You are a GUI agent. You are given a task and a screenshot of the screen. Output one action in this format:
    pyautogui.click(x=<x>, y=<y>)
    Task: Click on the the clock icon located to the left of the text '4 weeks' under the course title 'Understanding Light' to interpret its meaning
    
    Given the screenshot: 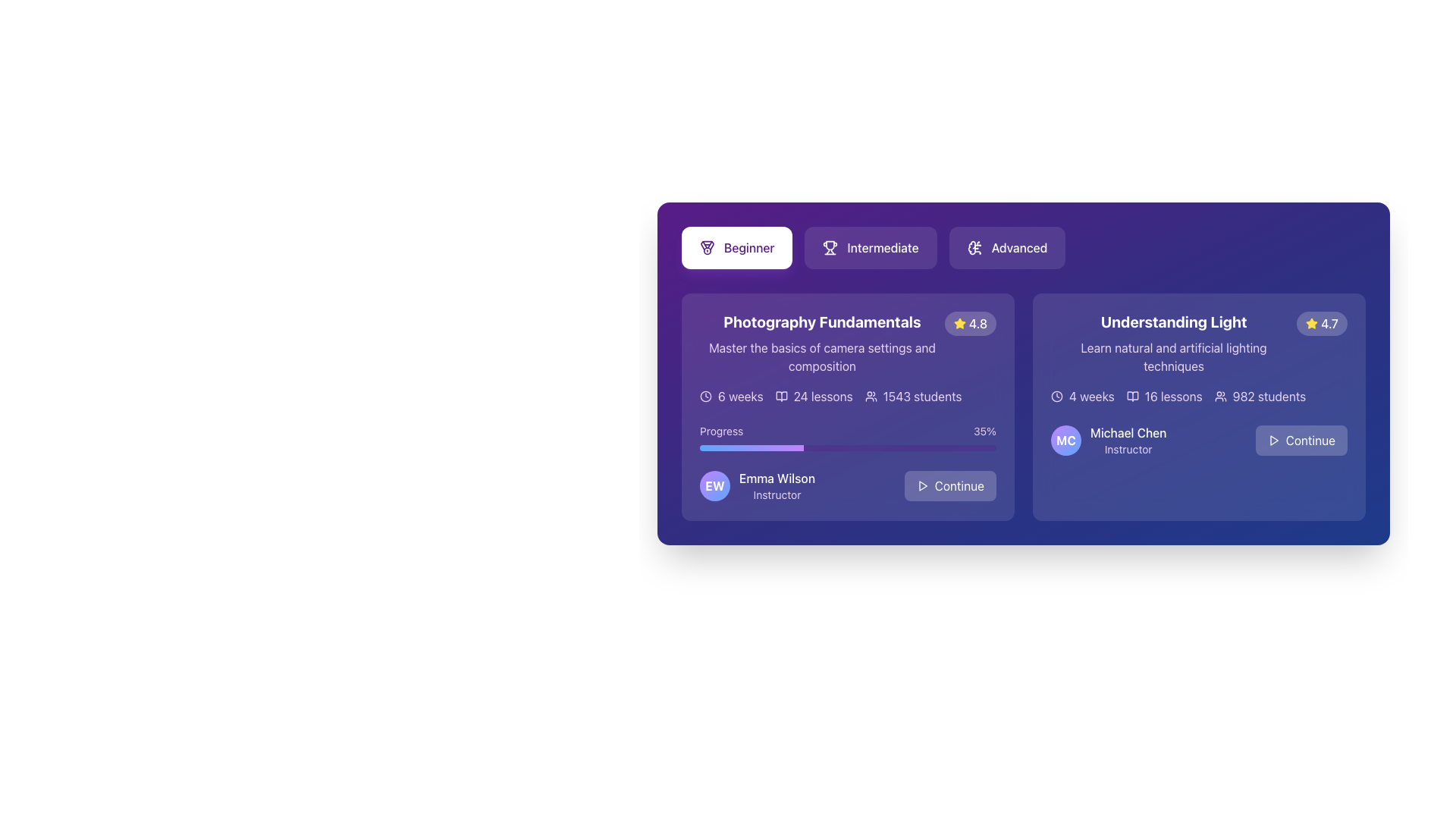 What is the action you would take?
    pyautogui.click(x=1056, y=396)
    